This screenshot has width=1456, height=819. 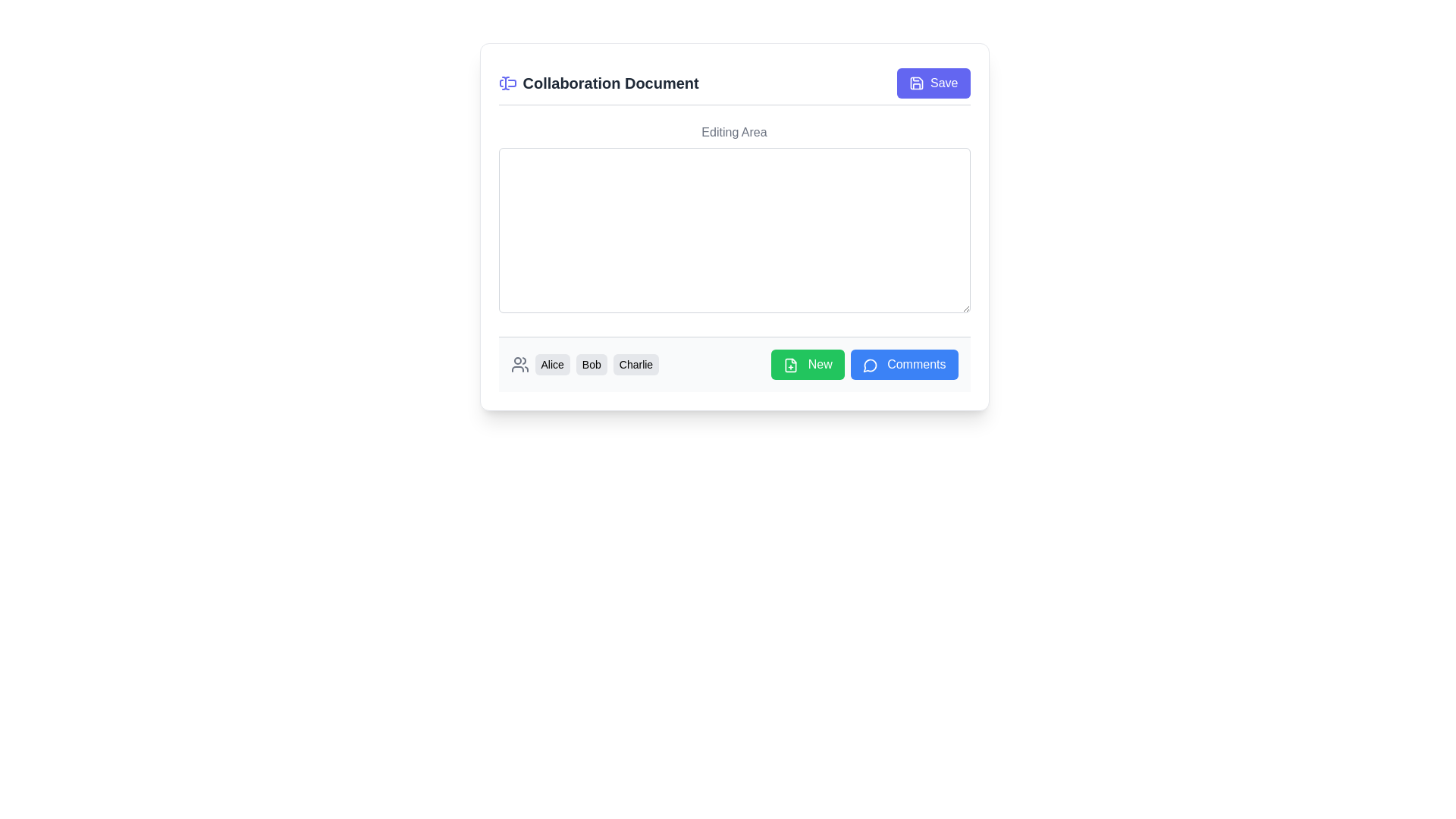 I want to click on the small blue outlined text cursor icon located to the left of the 'Collaboration Document' heading, so click(x=507, y=83).